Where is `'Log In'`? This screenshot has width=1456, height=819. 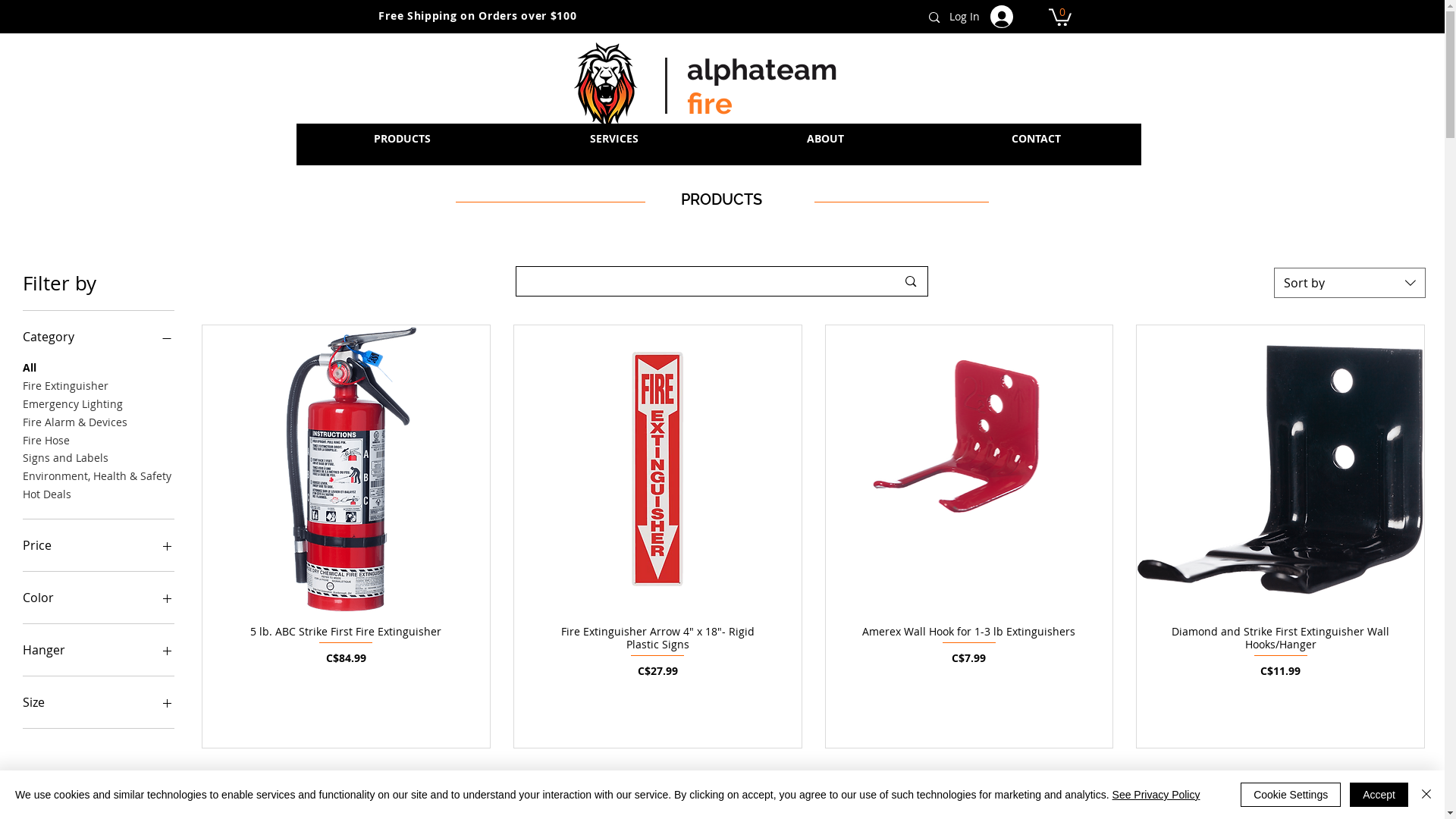 'Log In' is located at coordinates (990, 15).